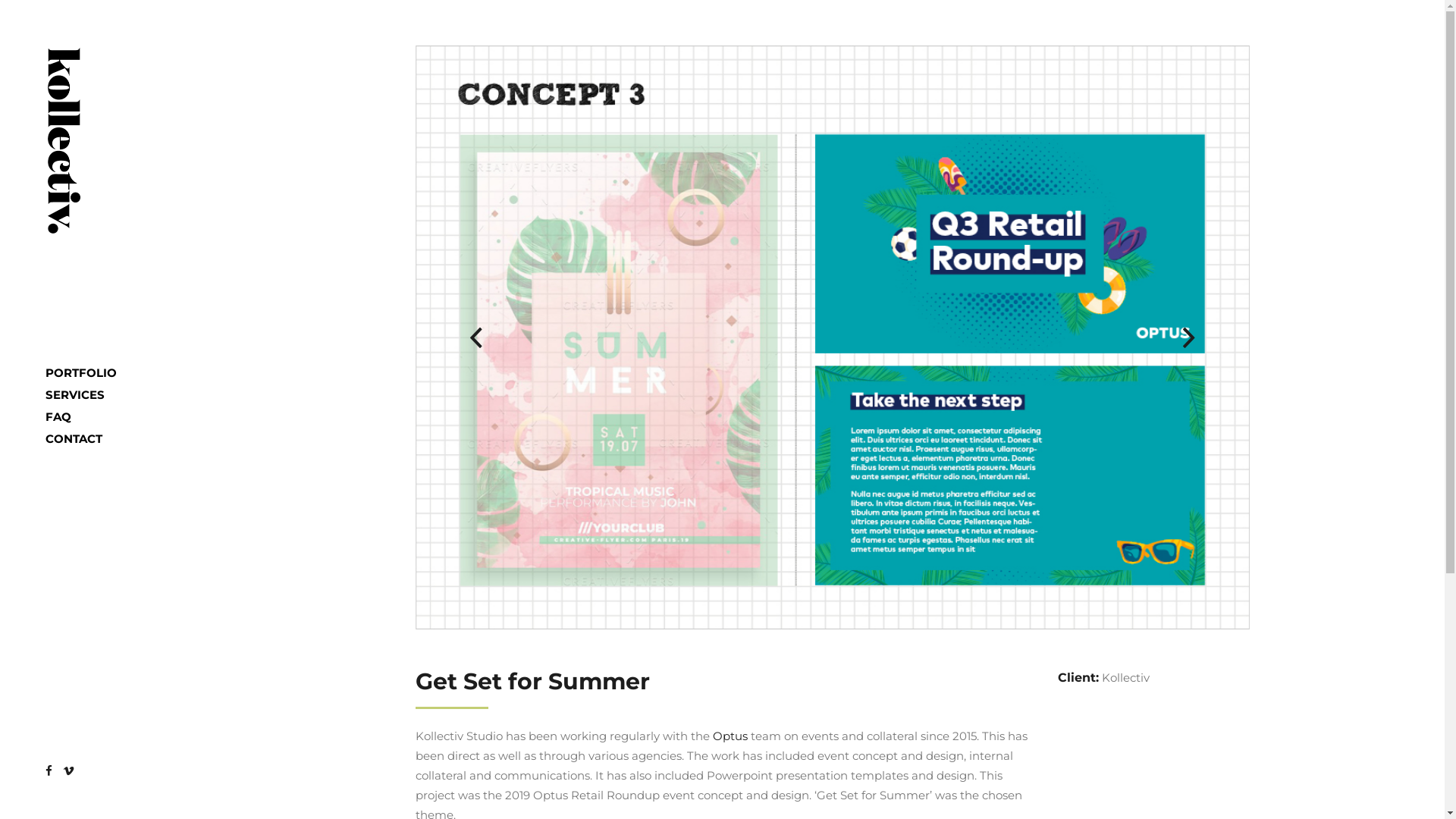 The width and height of the screenshot is (1456, 819). Describe the element at coordinates (92, 438) in the screenshot. I see `'CONTACT'` at that location.